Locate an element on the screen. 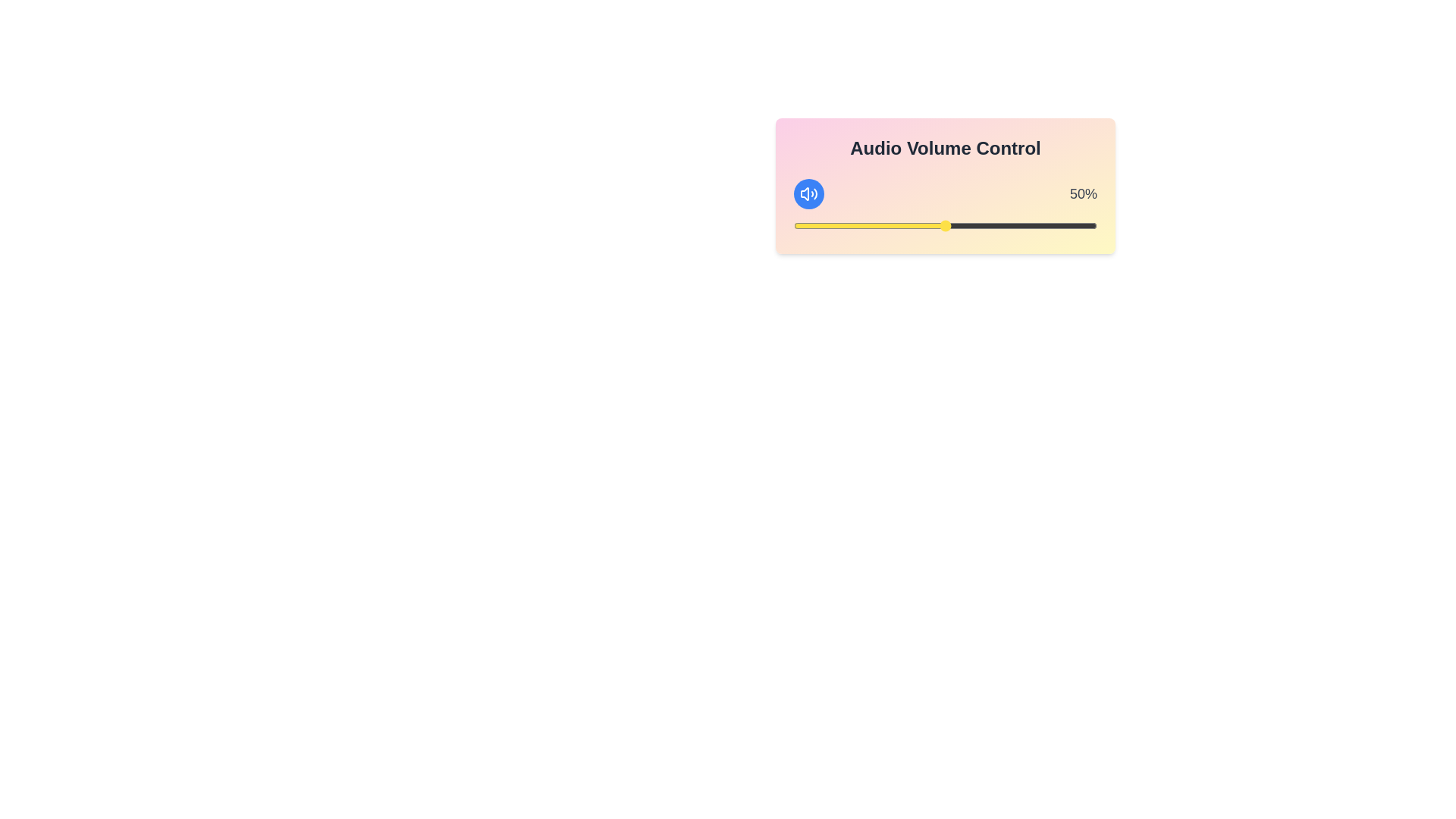 This screenshot has height=819, width=1456. the volume to 5% by dragging the slider is located at coordinates (808, 225).